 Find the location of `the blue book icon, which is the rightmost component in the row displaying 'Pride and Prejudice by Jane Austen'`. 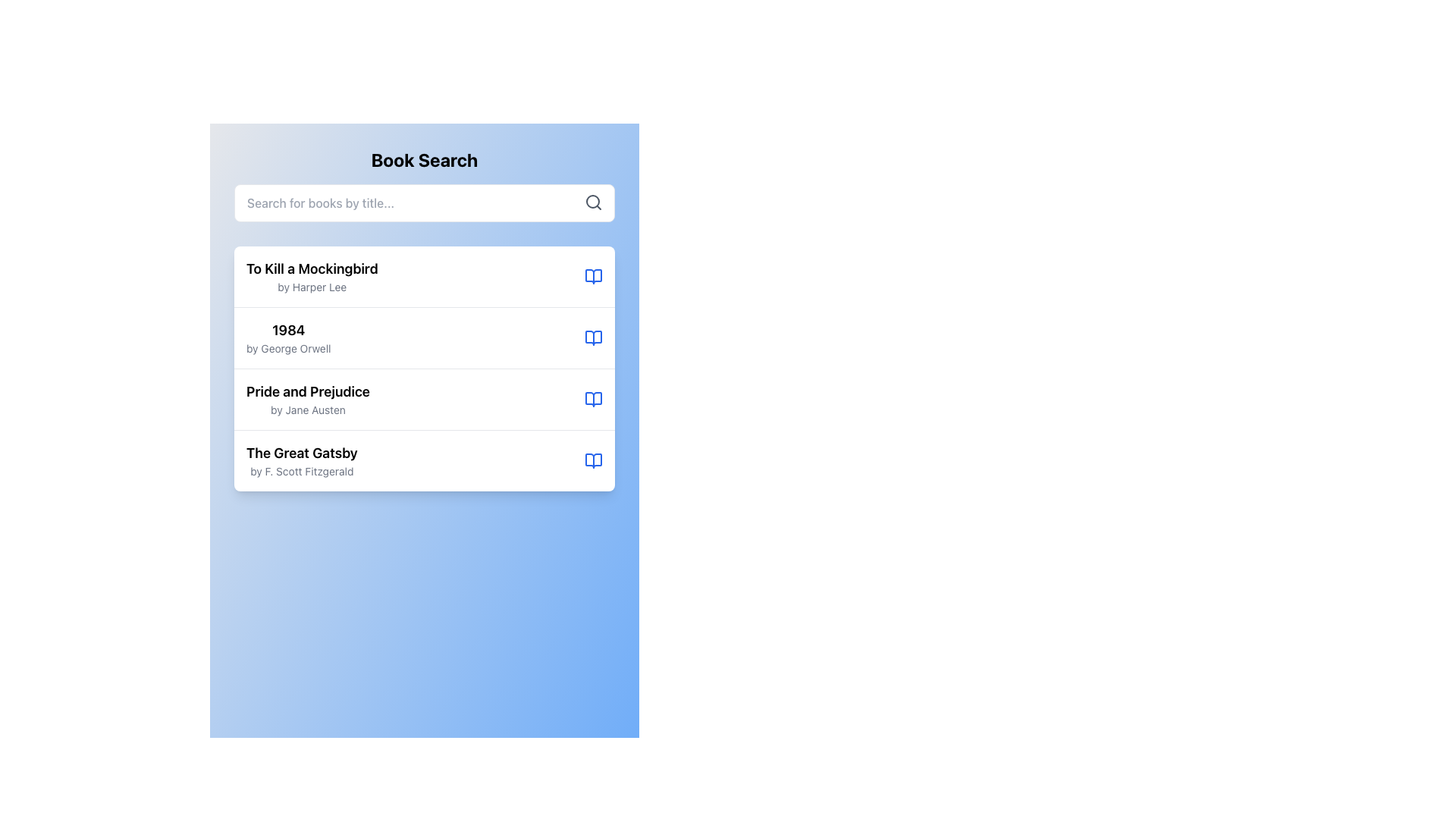

the blue book icon, which is the rightmost component in the row displaying 'Pride and Prejudice by Jane Austen' is located at coordinates (592, 399).